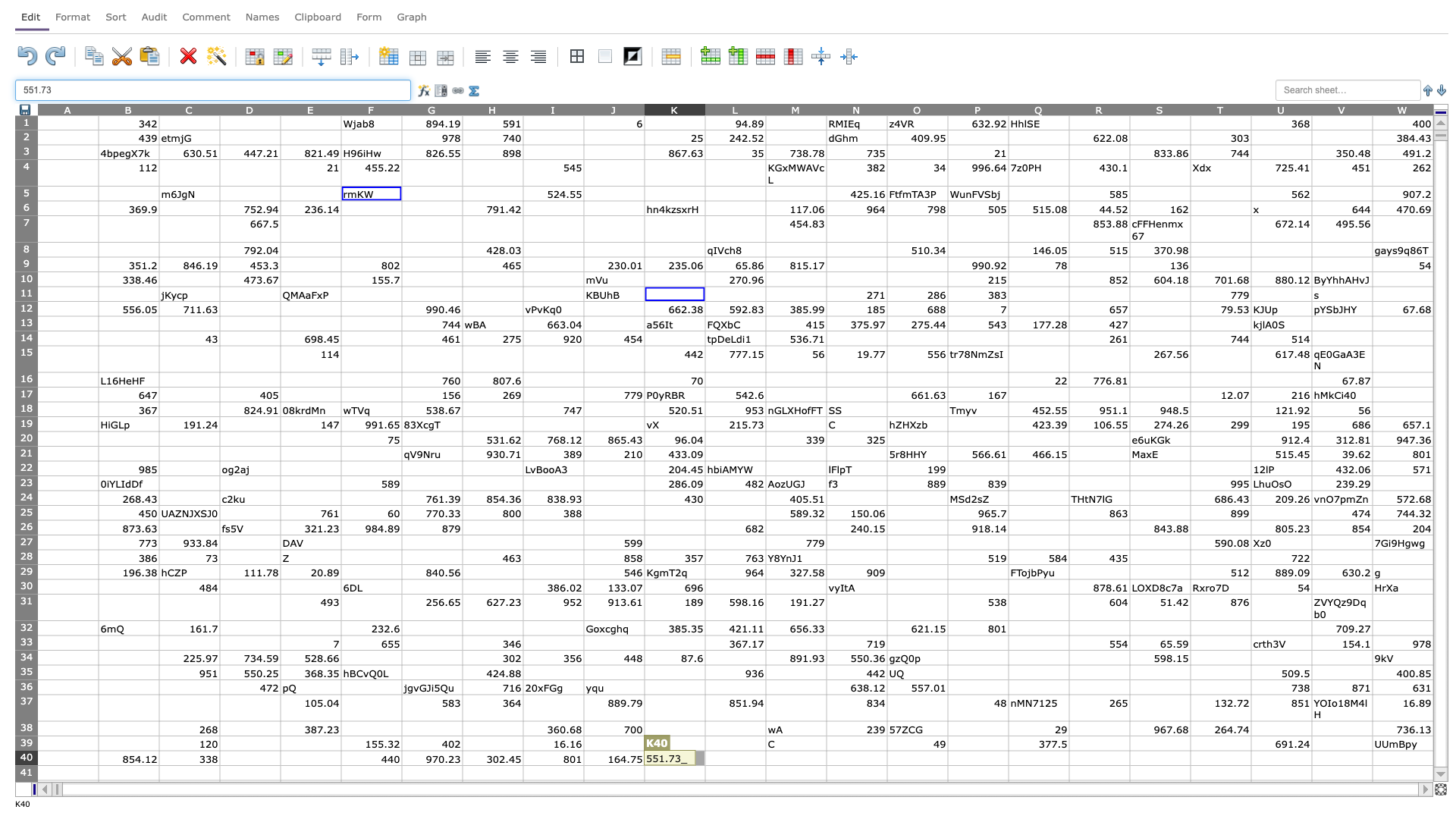  I want to click on Place cursor on left border of O40, so click(887, 758).